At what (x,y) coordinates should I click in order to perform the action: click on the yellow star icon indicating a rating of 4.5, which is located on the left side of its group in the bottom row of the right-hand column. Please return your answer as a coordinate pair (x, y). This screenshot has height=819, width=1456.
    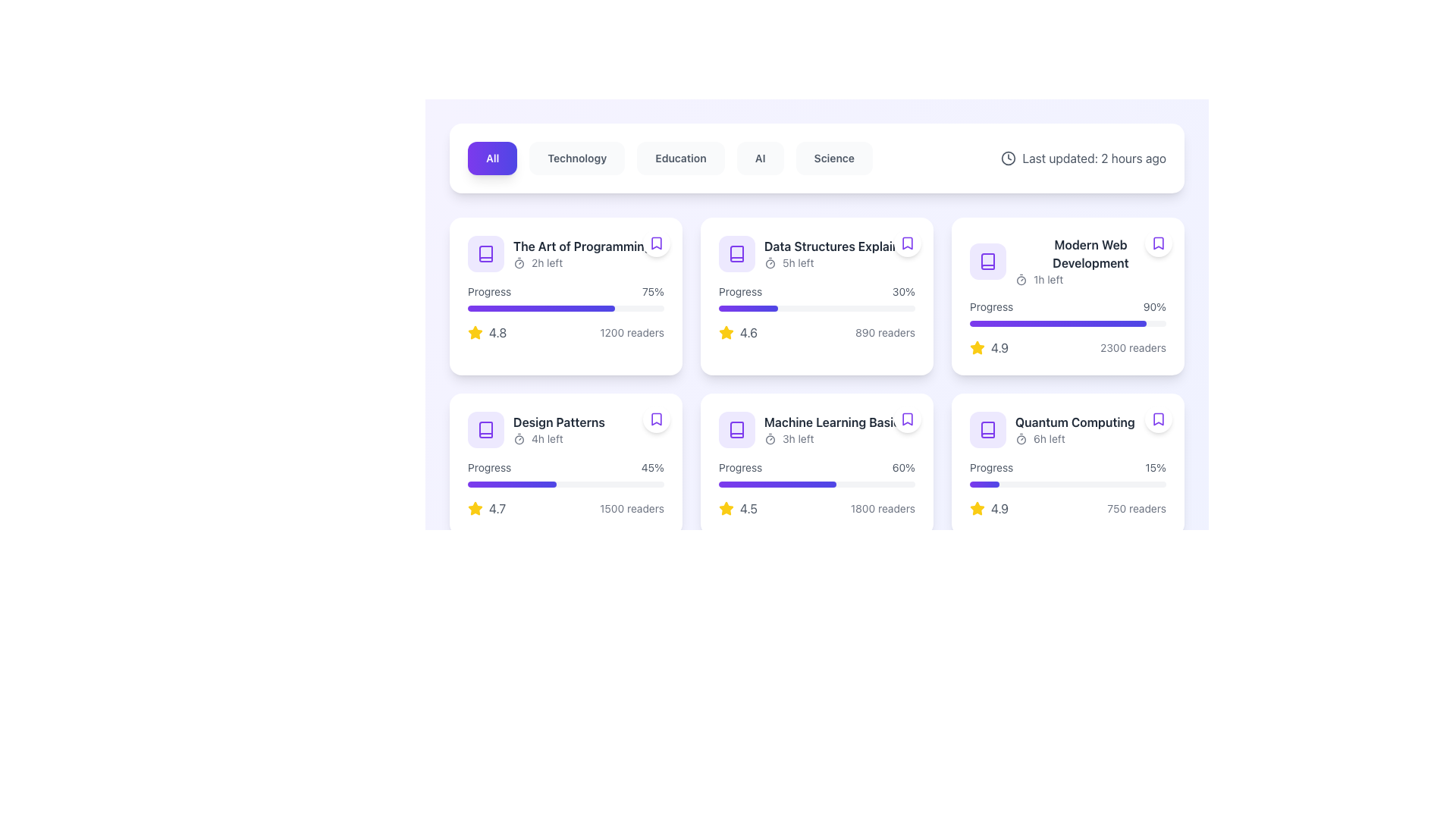
    Looking at the image, I should click on (726, 509).